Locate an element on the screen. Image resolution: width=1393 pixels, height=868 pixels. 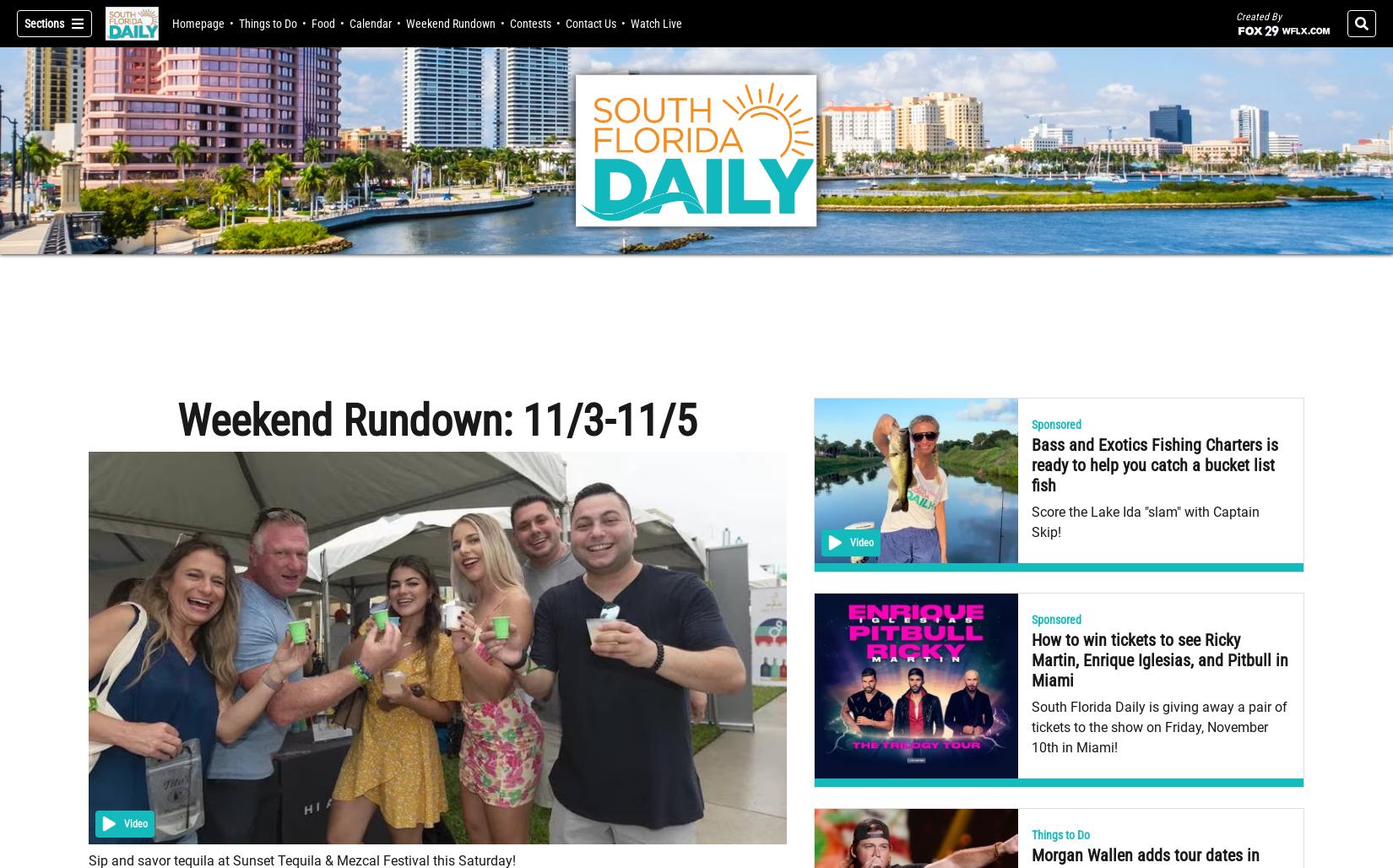
'Bass and Exotics Fishing Charters is ready to help you catch a bucket list fish' is located at coordinates (1154, 465).